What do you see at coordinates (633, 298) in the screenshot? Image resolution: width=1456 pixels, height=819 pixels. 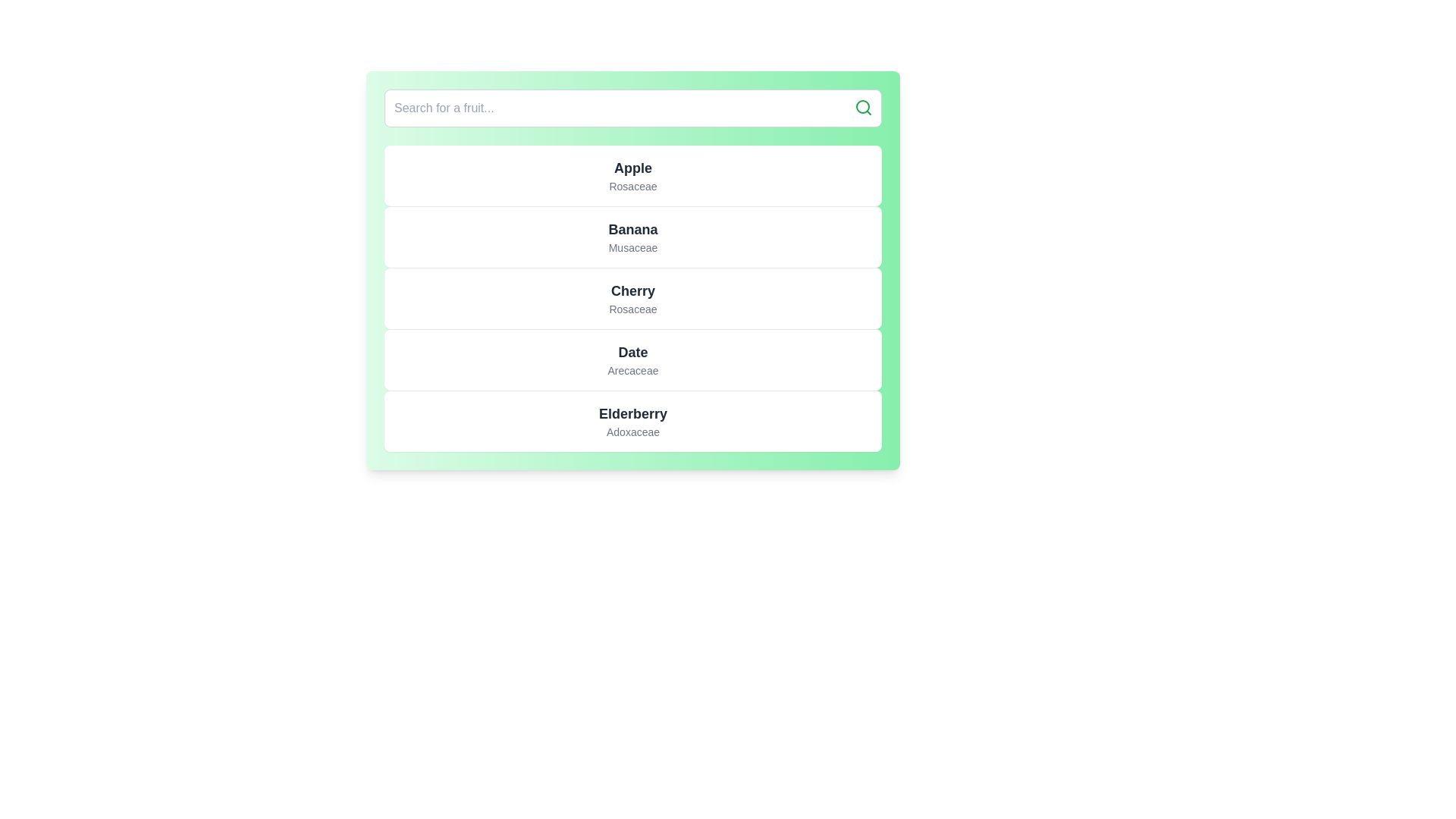 I see `the 'Cherry' card, which displays the fruit name prominently in bold font and is the third card in a vertical list` at bounding box center [633, 298].